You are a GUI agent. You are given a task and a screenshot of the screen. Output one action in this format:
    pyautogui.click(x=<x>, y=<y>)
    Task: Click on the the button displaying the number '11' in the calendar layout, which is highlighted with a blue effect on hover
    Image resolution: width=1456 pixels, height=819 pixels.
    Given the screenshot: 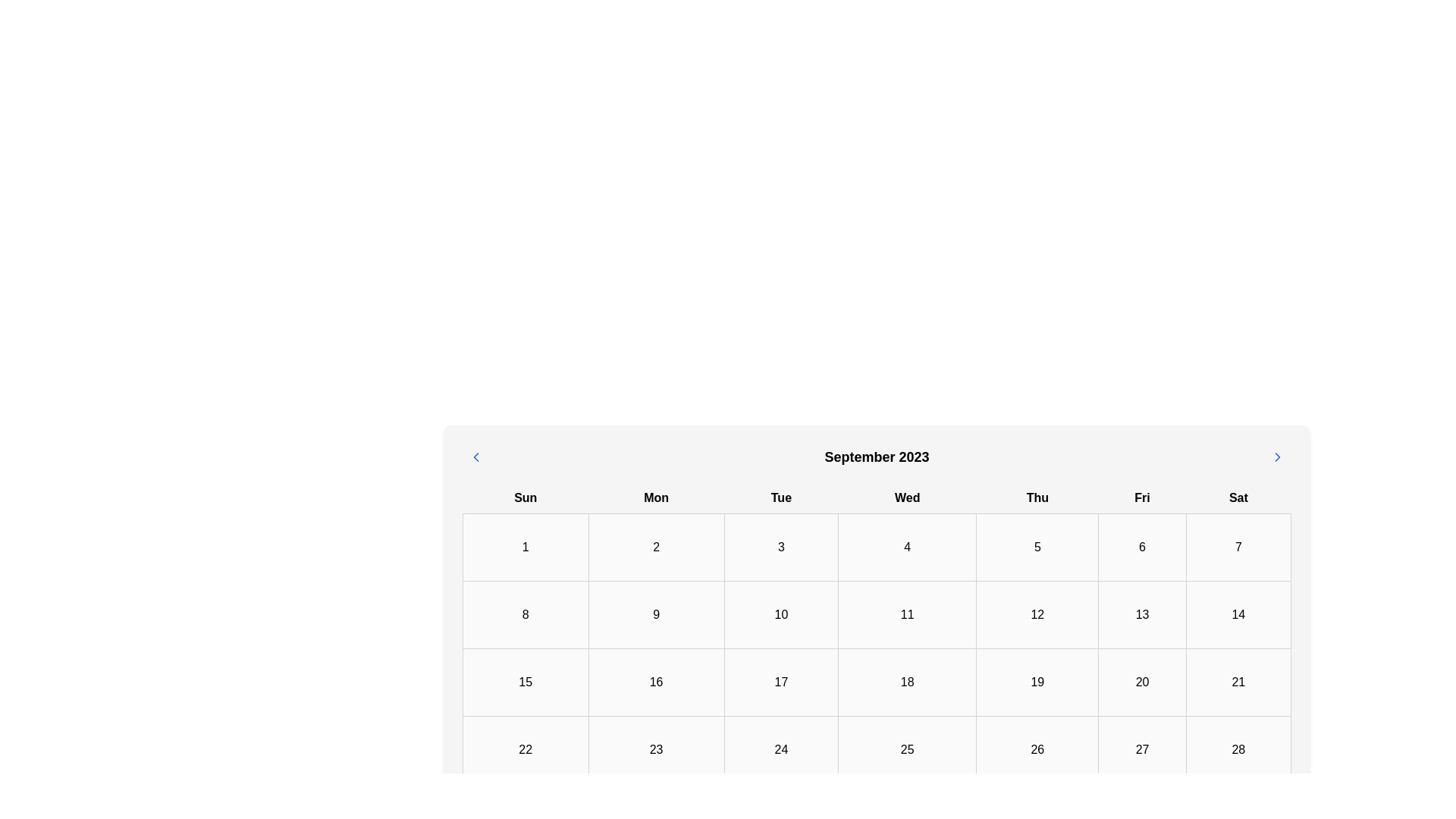 What is the action you would take?
    pyautogui.click(x=907, y=614)
    